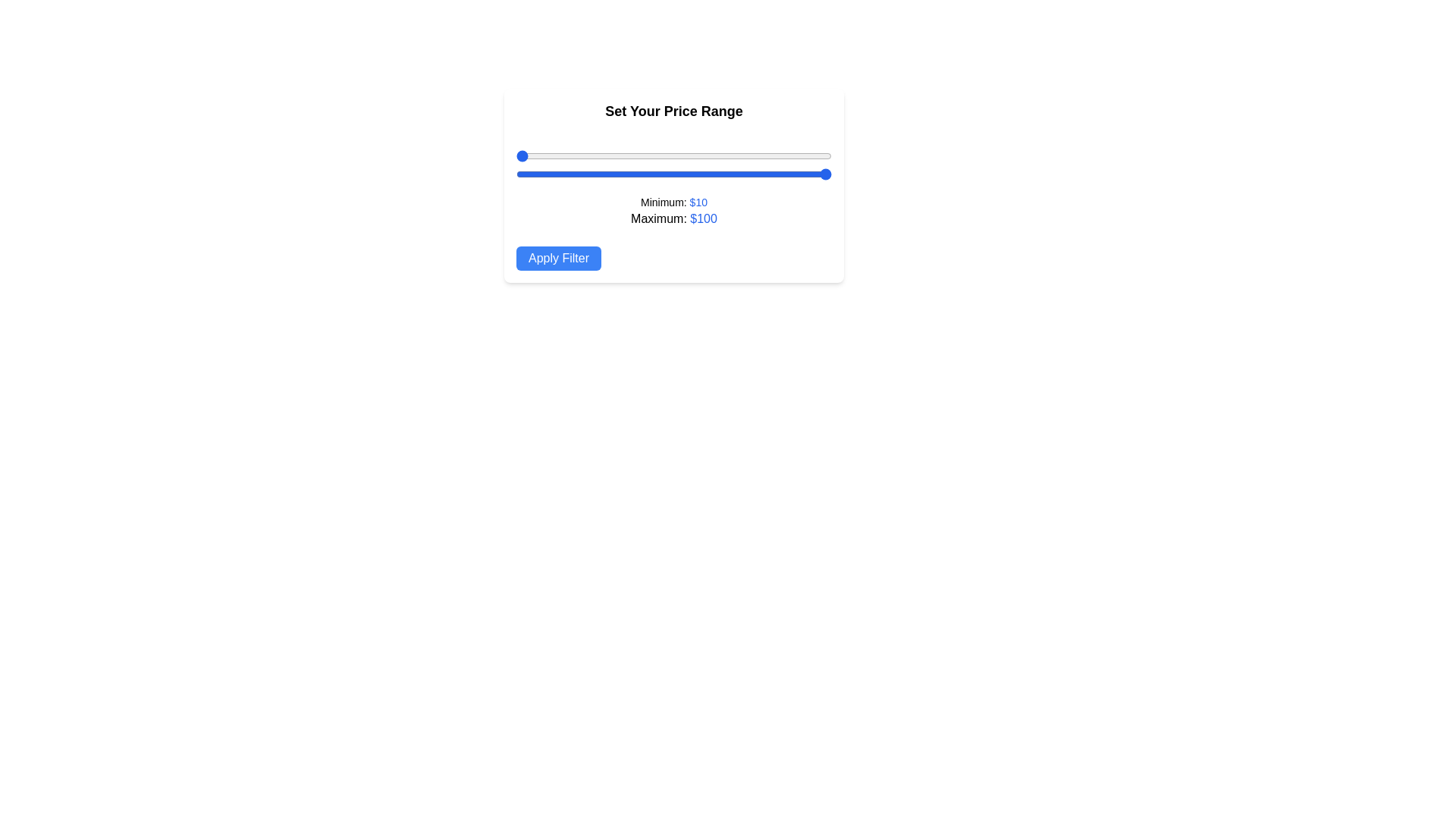 This screenshot has height=819, width=1456. I want to click on the text element that represents the minimum value for a price range, located to the right of the label 'Minimum:' and displaying 'Minimum: $10', so click(698, 201).